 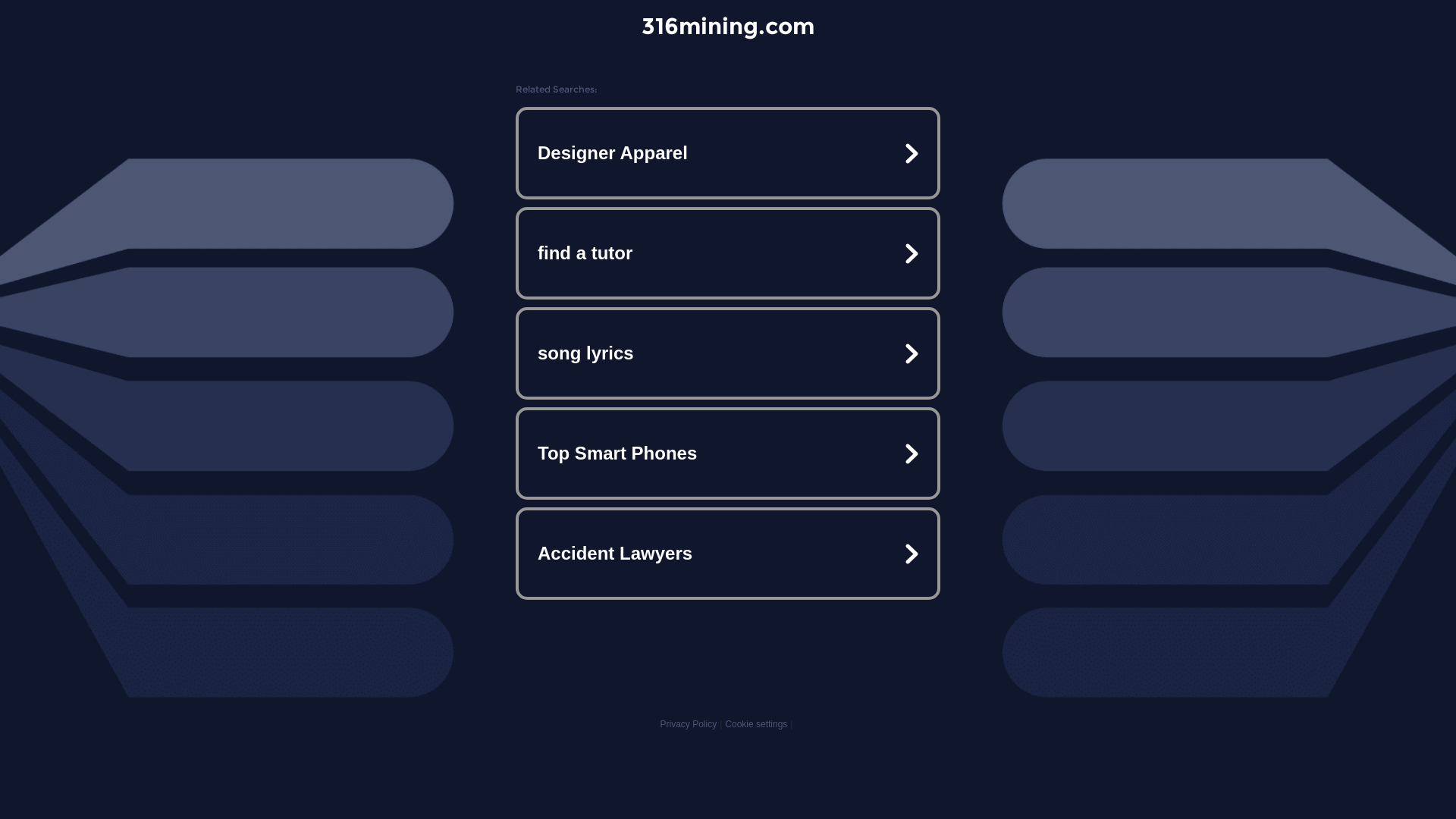 I want to click on '316mining.com', so click(x=728, y=26).